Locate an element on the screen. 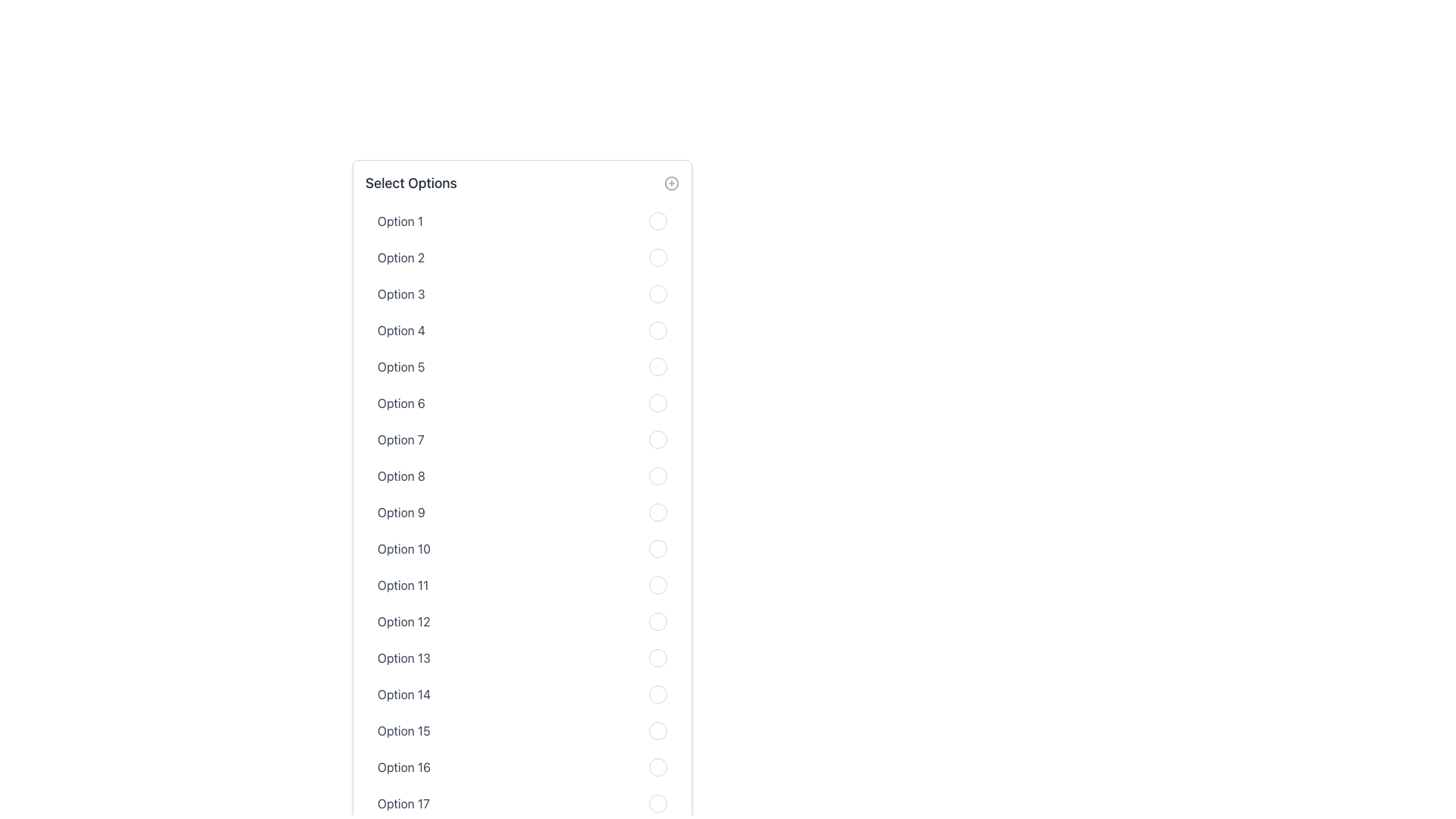 The image size is (1456, 819). the fifth List Item with Radio Button in the 'Select Options' list to trigger hover effects is located at coordinates (522, 366).